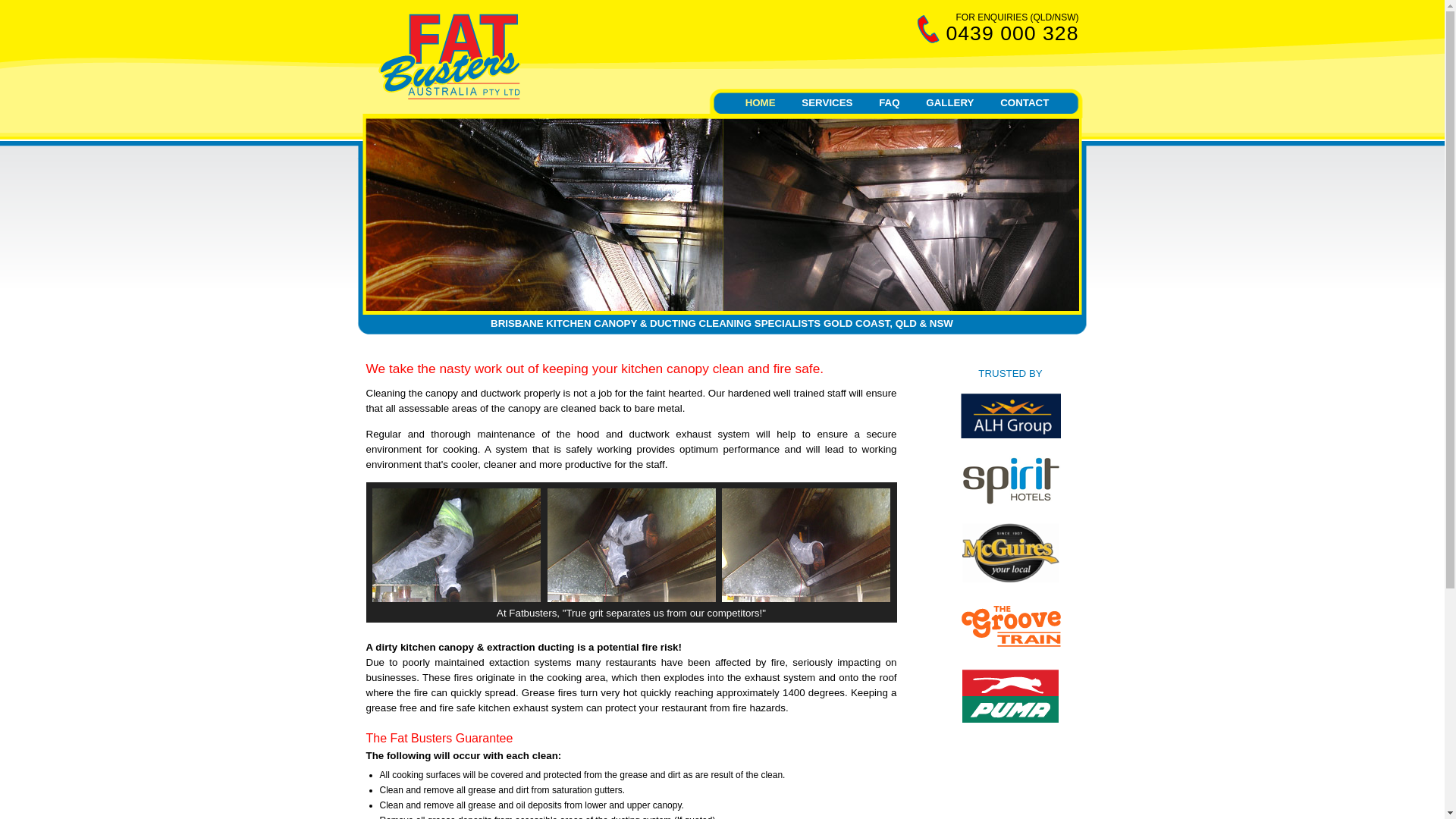  Describe the element at coordinates (790, 102) in the screenshot. I see `'SERVICES'` at that location.